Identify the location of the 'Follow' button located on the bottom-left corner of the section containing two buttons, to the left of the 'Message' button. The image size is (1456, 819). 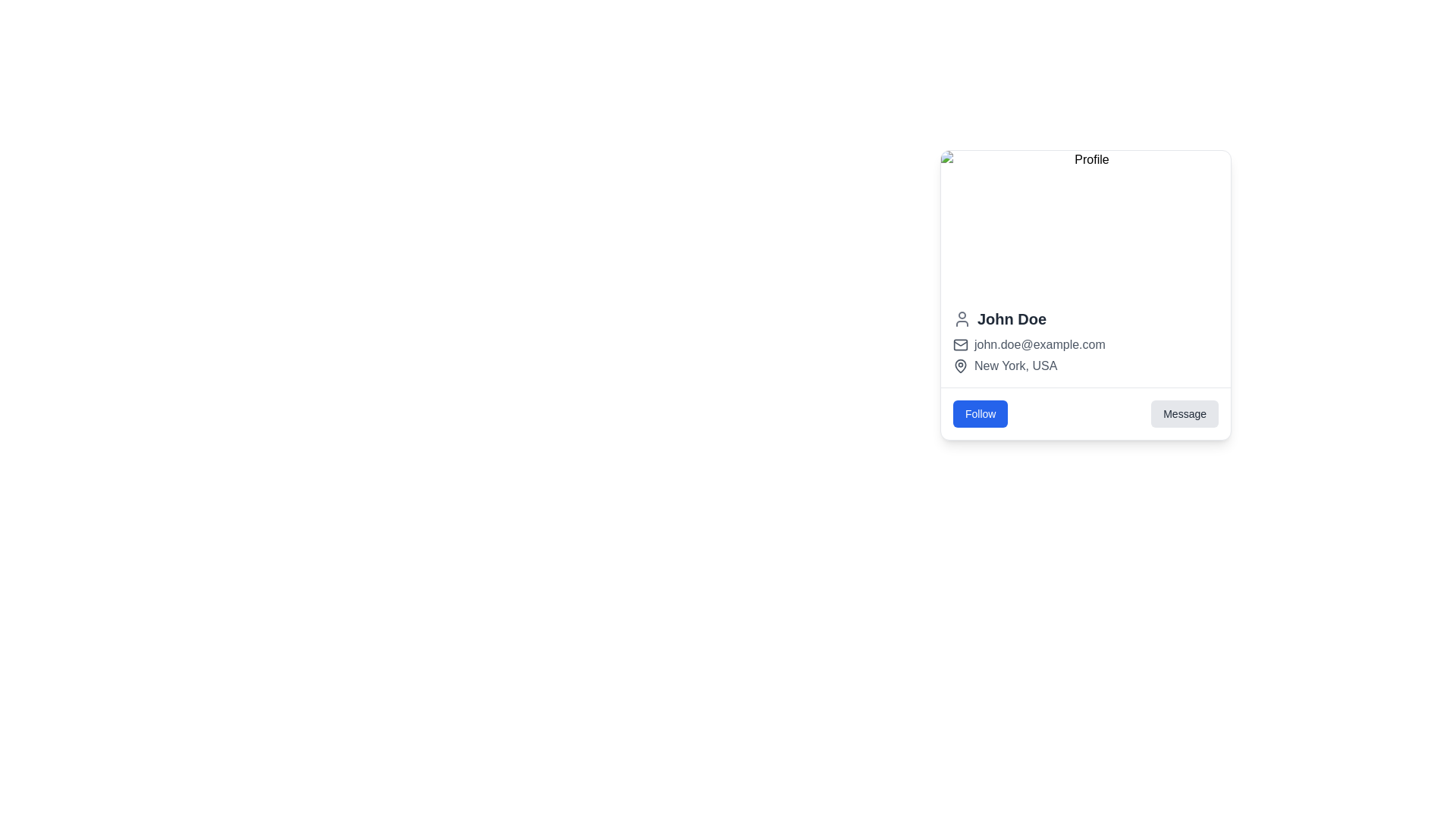
(981, 414).